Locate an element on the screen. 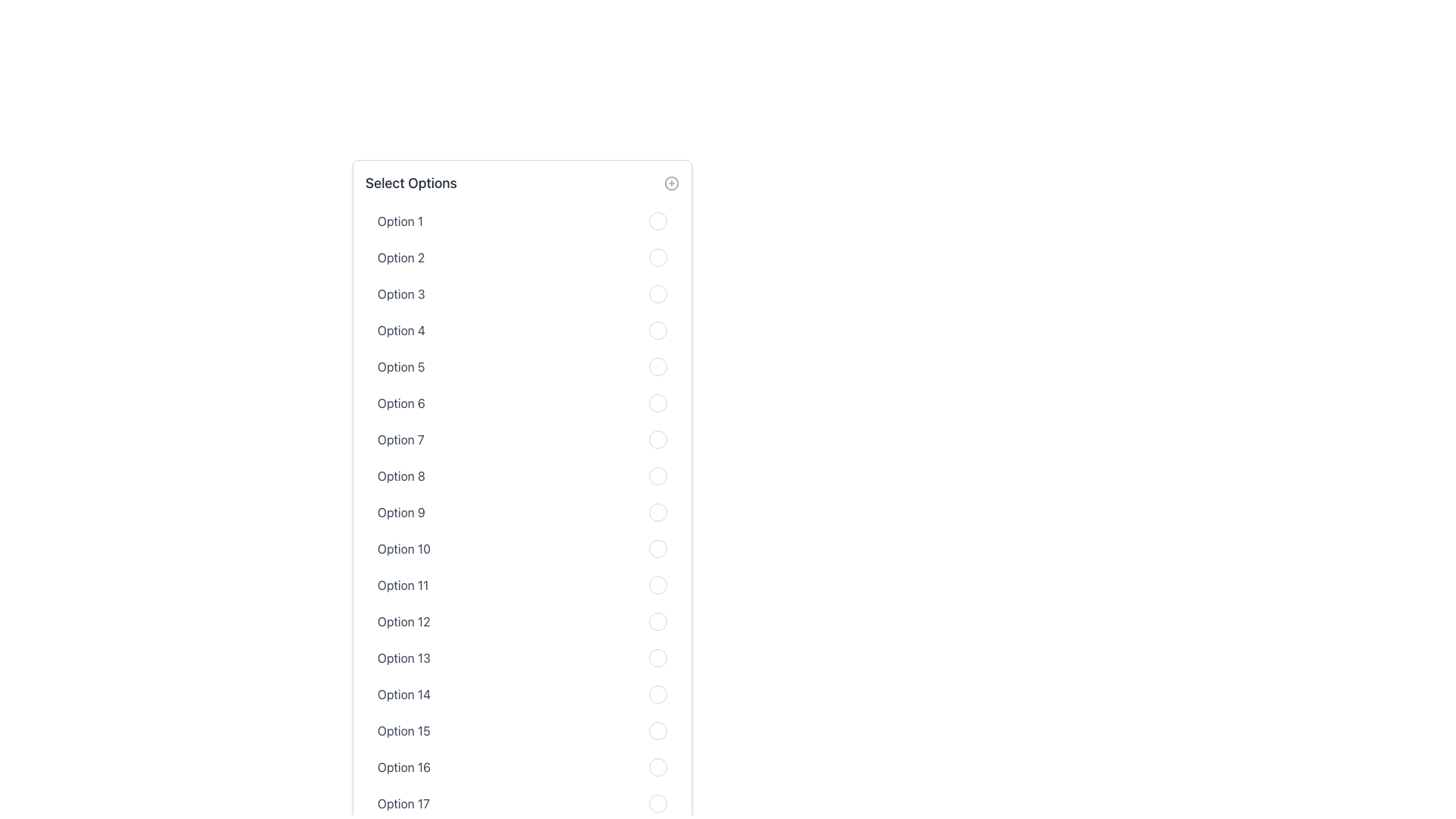  the text label for 'Option 8' is located at coordinates (401, 475).